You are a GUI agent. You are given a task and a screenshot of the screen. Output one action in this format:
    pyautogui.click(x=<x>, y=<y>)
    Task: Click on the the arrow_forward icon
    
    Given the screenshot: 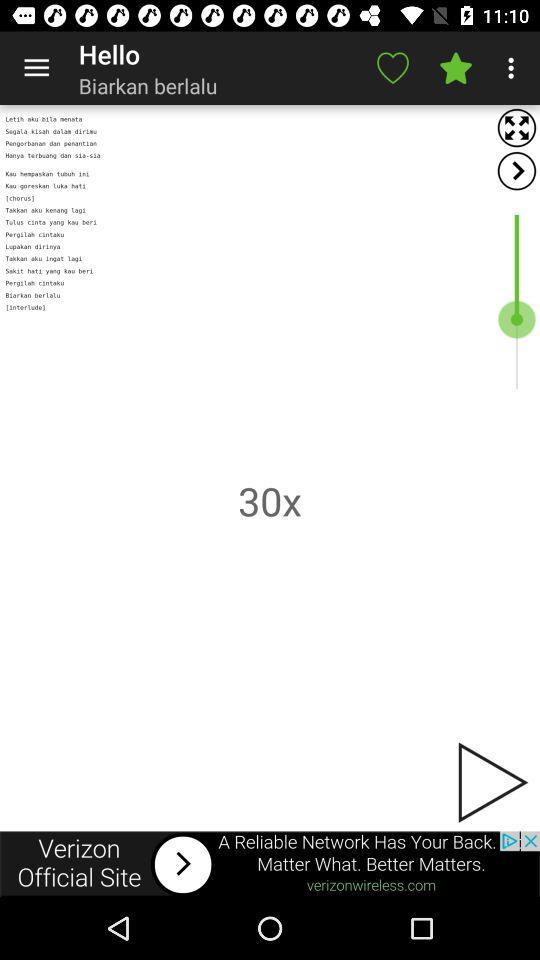 What is the action you would take?
    pyautogui.click(x=516, y=170)
    